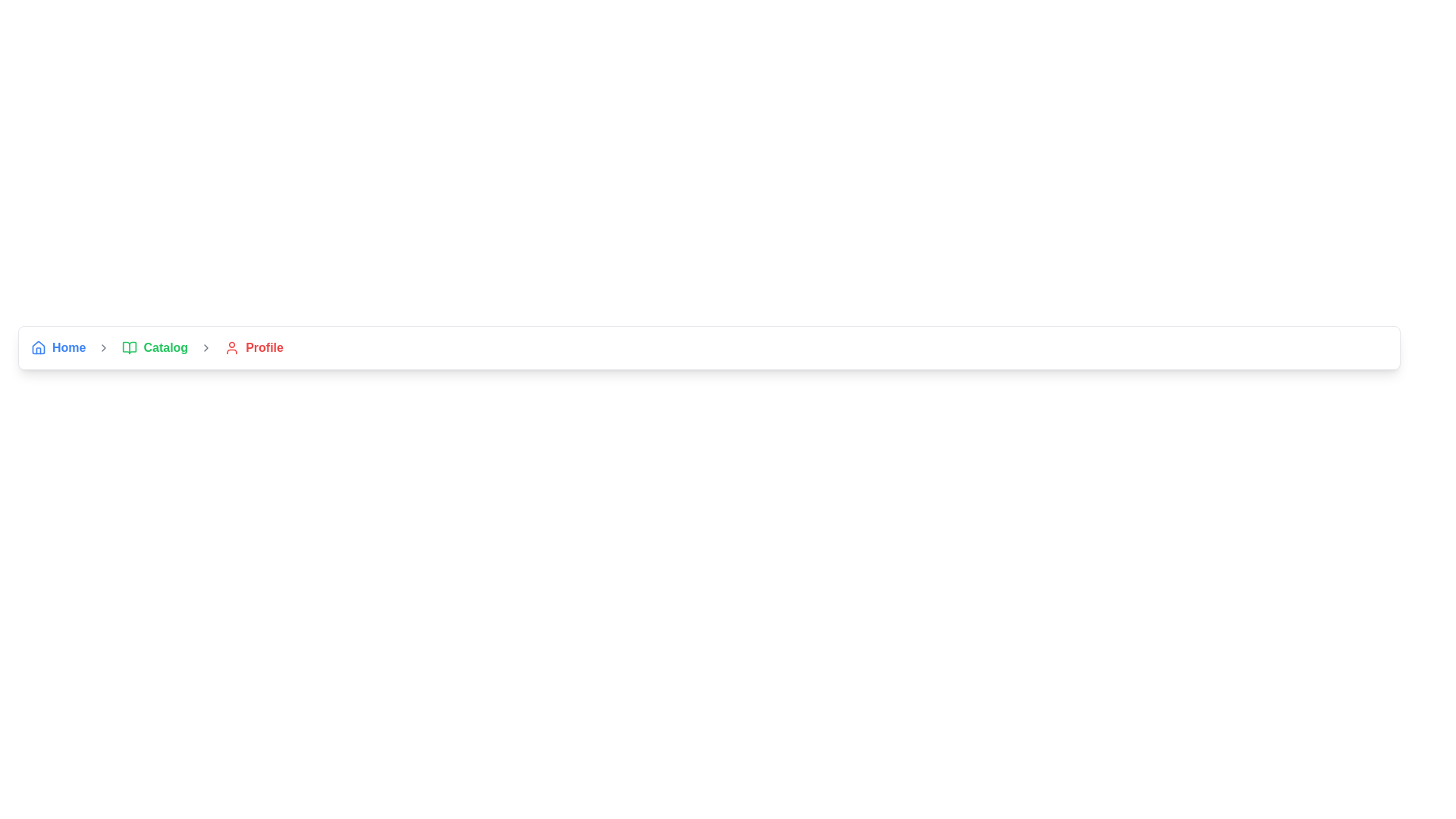 This screenshot has height=819, width=1456. I want to click on the 'Profile' icon in the breadcrumb navigation bar, which is visually distinguished by a user icon and located to the left of the 'Profile' text, so click(231, 348).